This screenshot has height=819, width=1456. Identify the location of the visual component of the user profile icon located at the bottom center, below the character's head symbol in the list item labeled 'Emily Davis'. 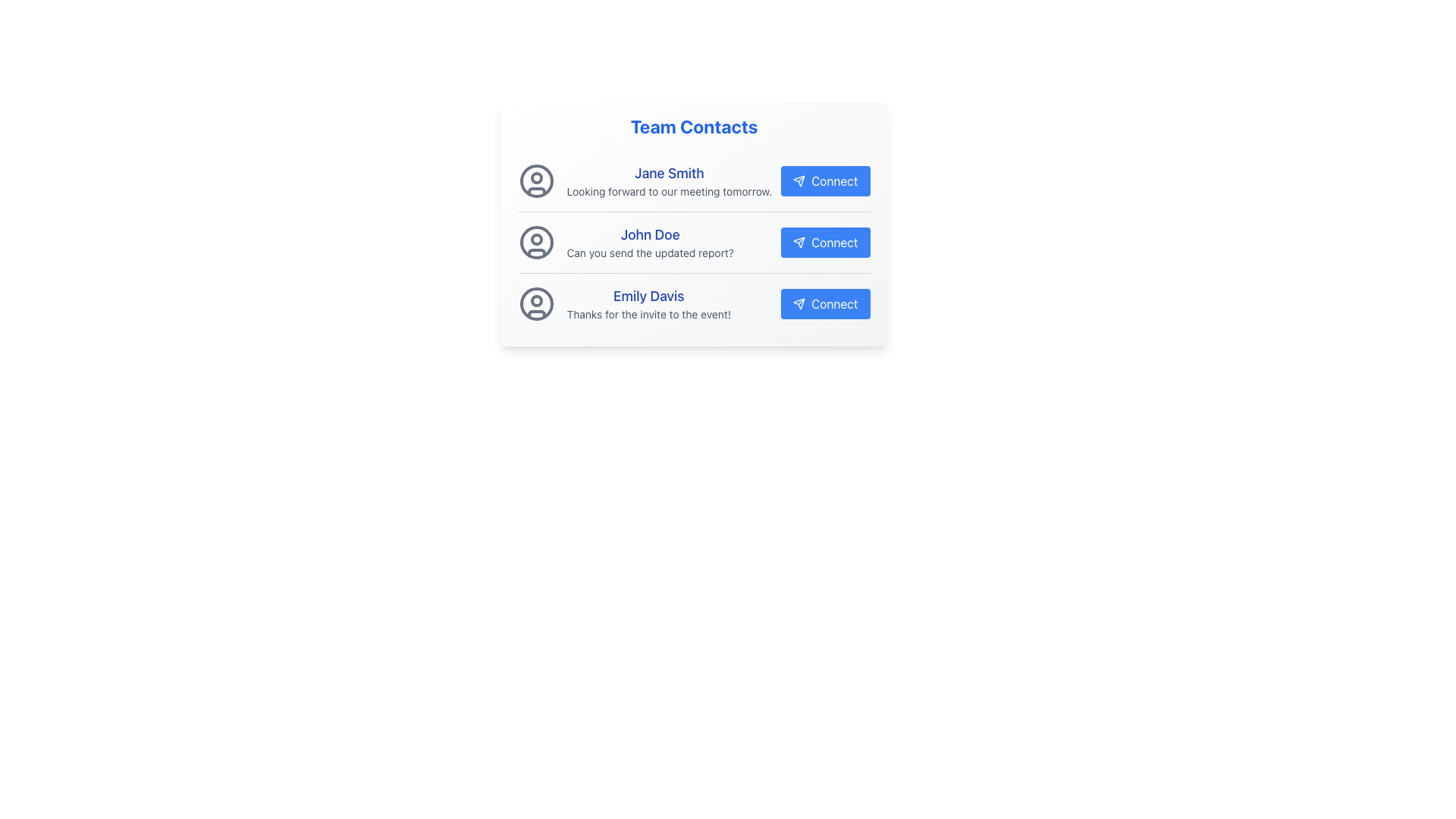
(536, 313).